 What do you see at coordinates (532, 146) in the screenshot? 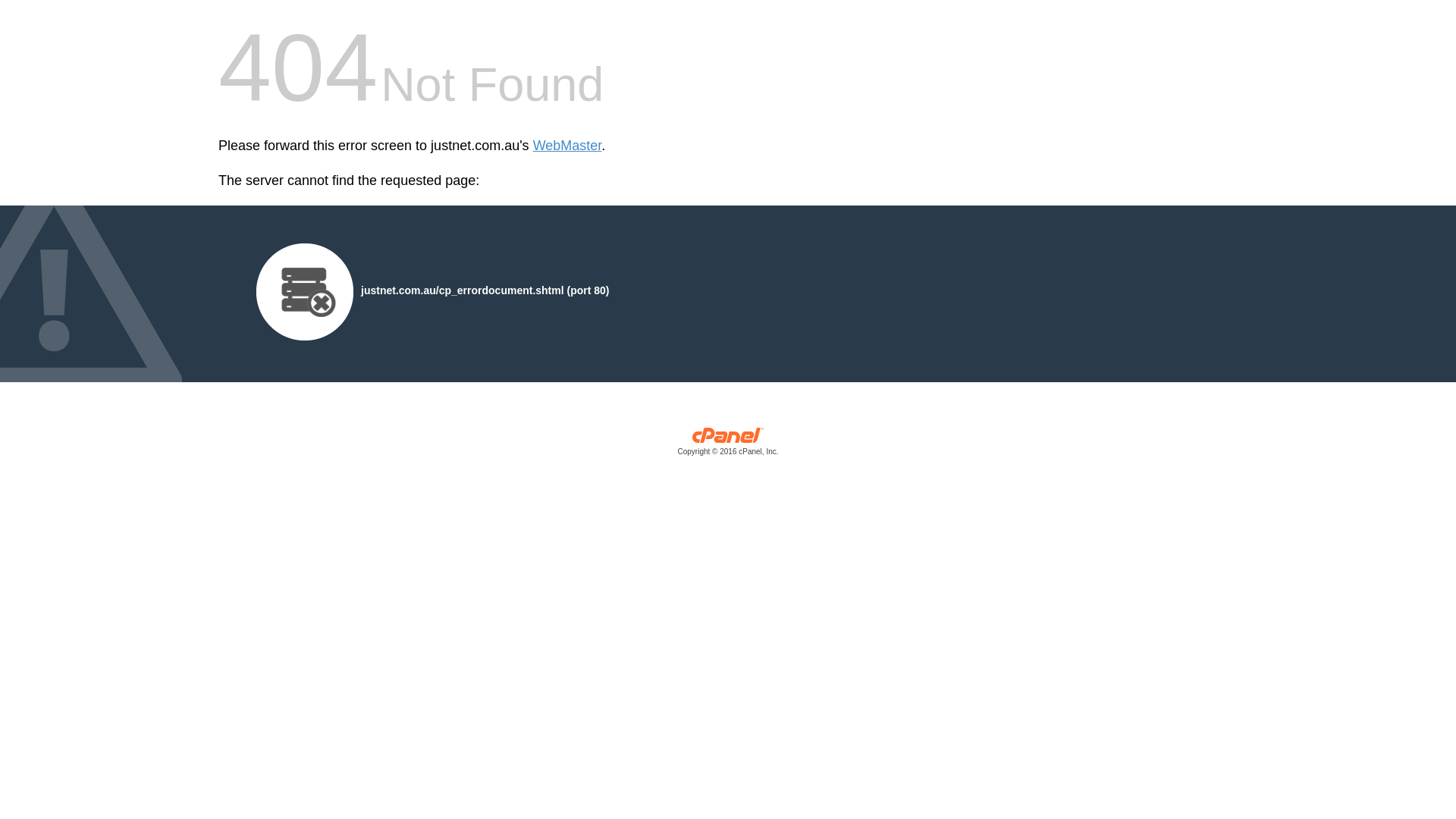
I see `'WebMaster'` at bounding box center [532, 146].